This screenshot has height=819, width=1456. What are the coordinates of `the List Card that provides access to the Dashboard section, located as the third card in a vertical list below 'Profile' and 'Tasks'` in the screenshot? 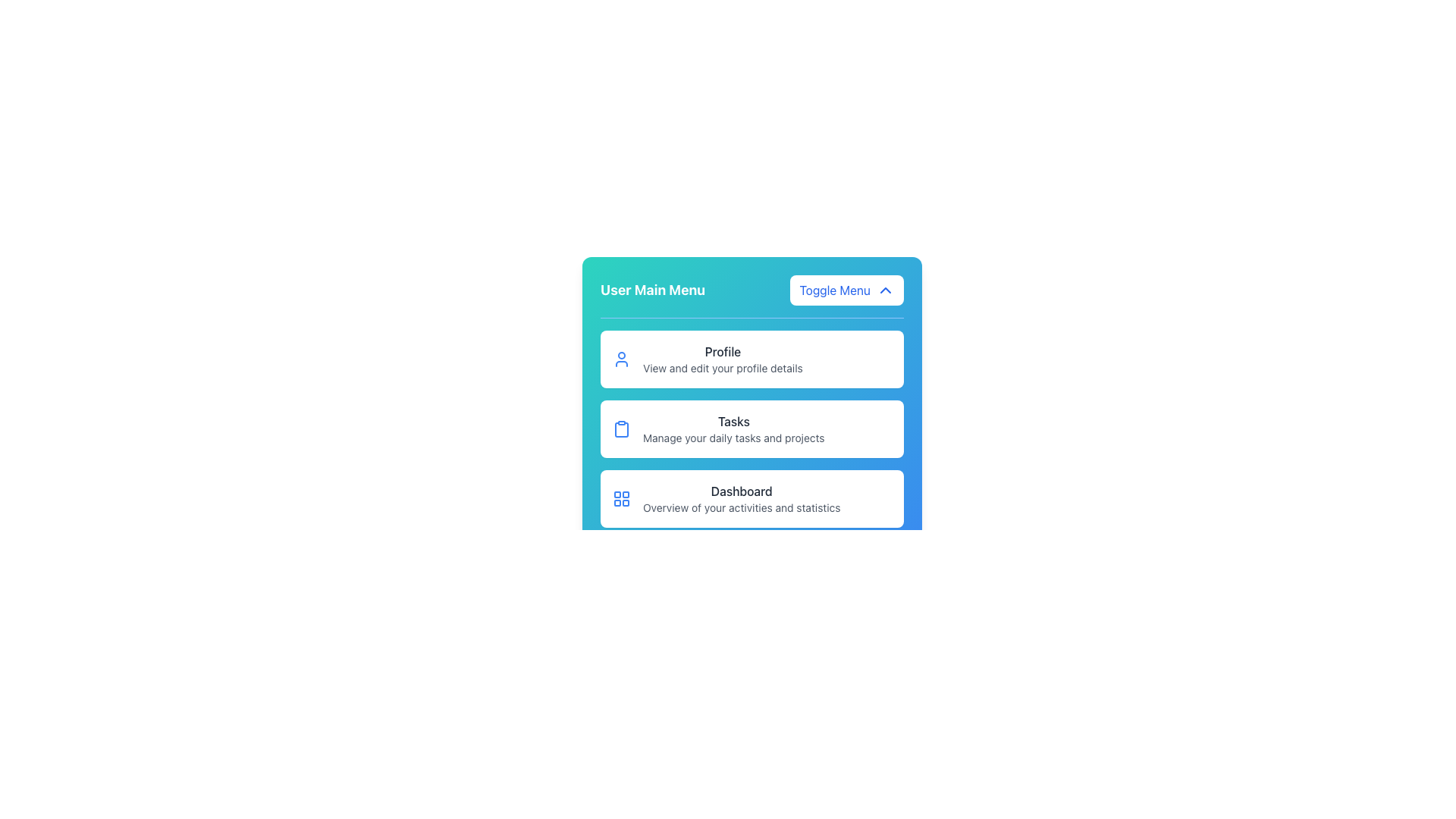 It's located at (752, 499).